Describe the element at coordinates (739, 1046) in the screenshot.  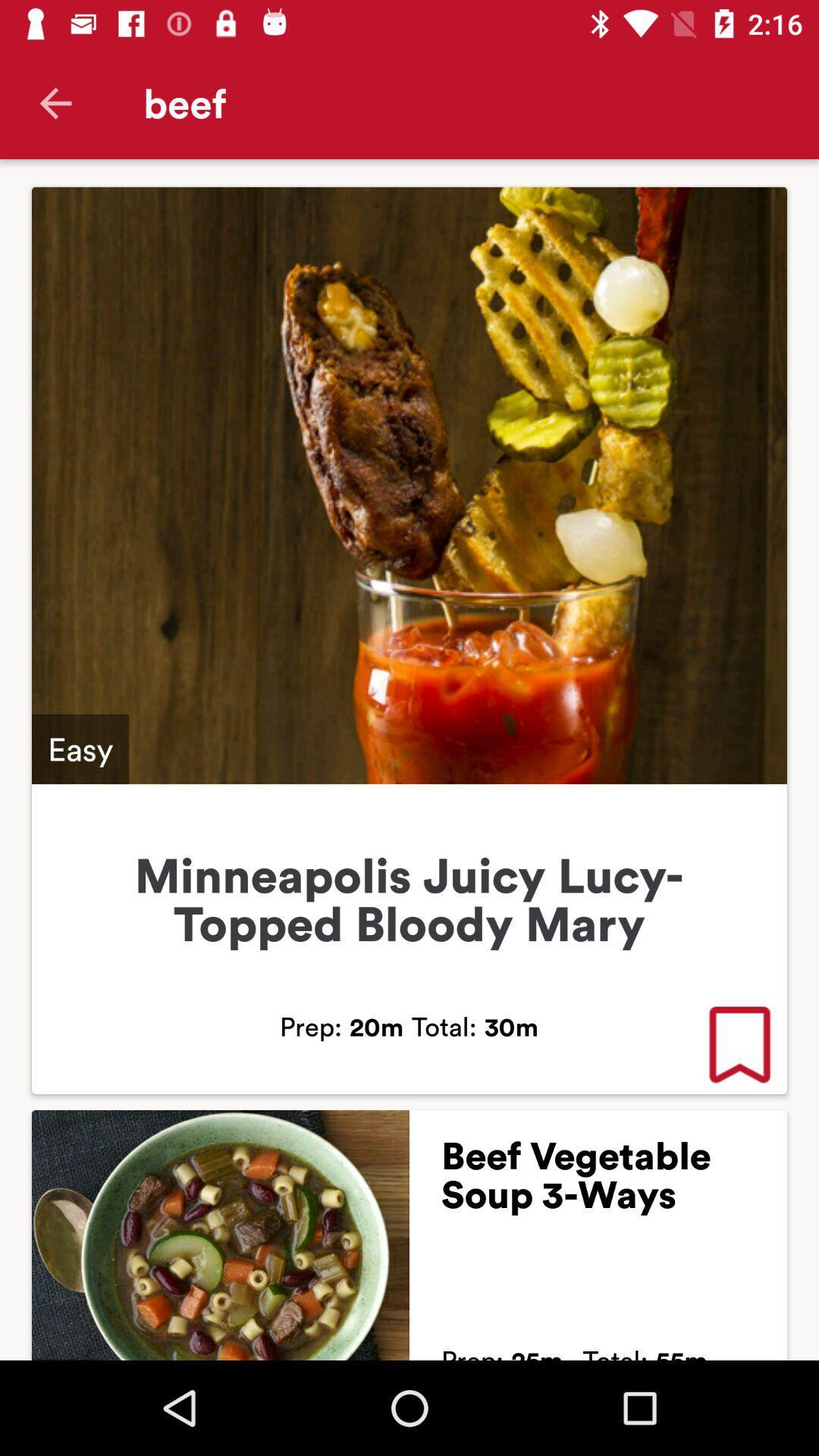
I see `the item above the beef vegetable soup item` at that location.